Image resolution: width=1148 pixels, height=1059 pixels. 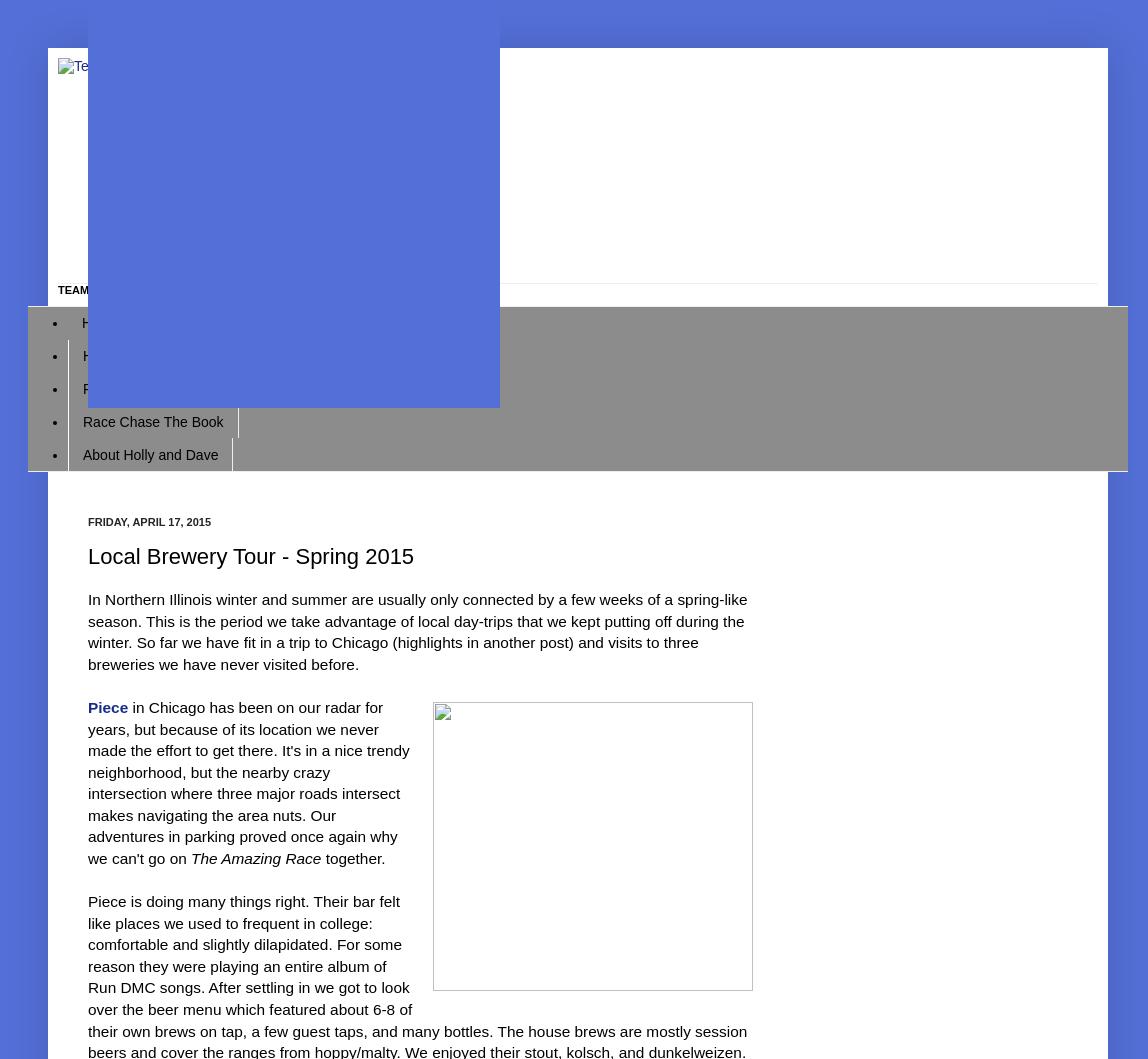 I want to click on 'Friday, April 17, 2015', so click(x=88, y=521).